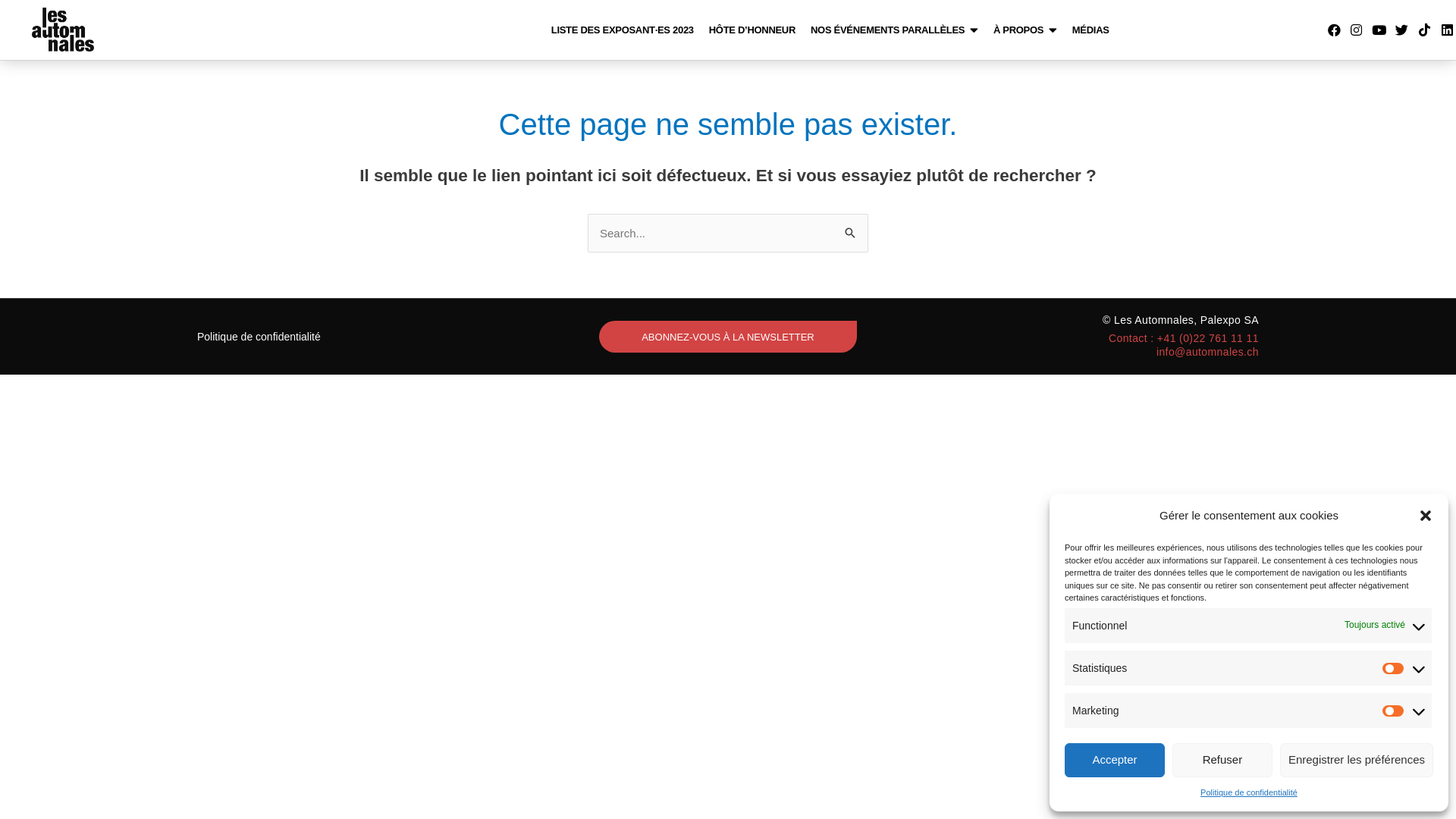  Describe the element at coordinates (1207, 351) in the screenshot. I see `'info@automnales.ch'` at that location.